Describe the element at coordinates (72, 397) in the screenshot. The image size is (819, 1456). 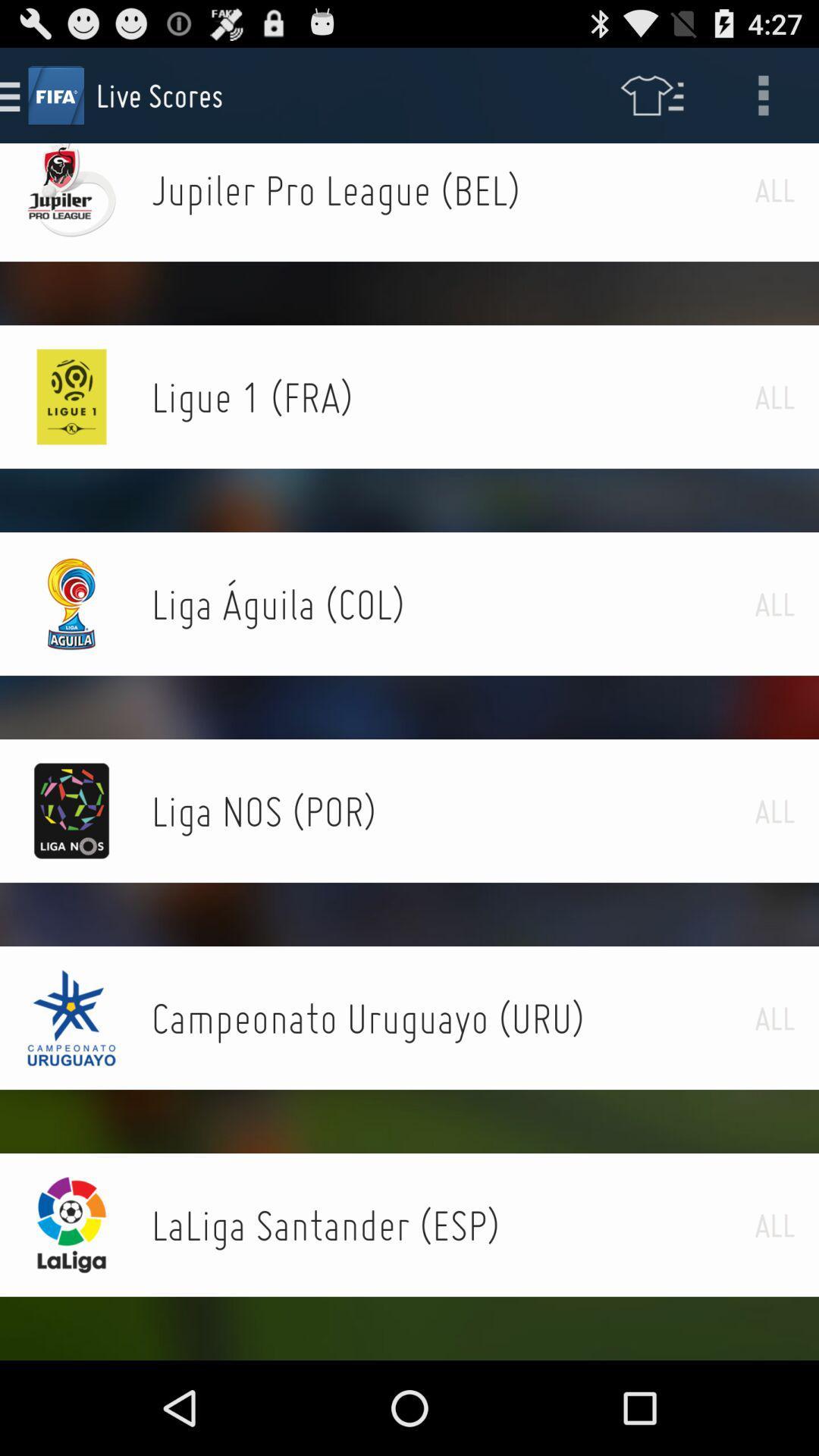
I see `the icon which is left to text ligue 1 fra` at that location.